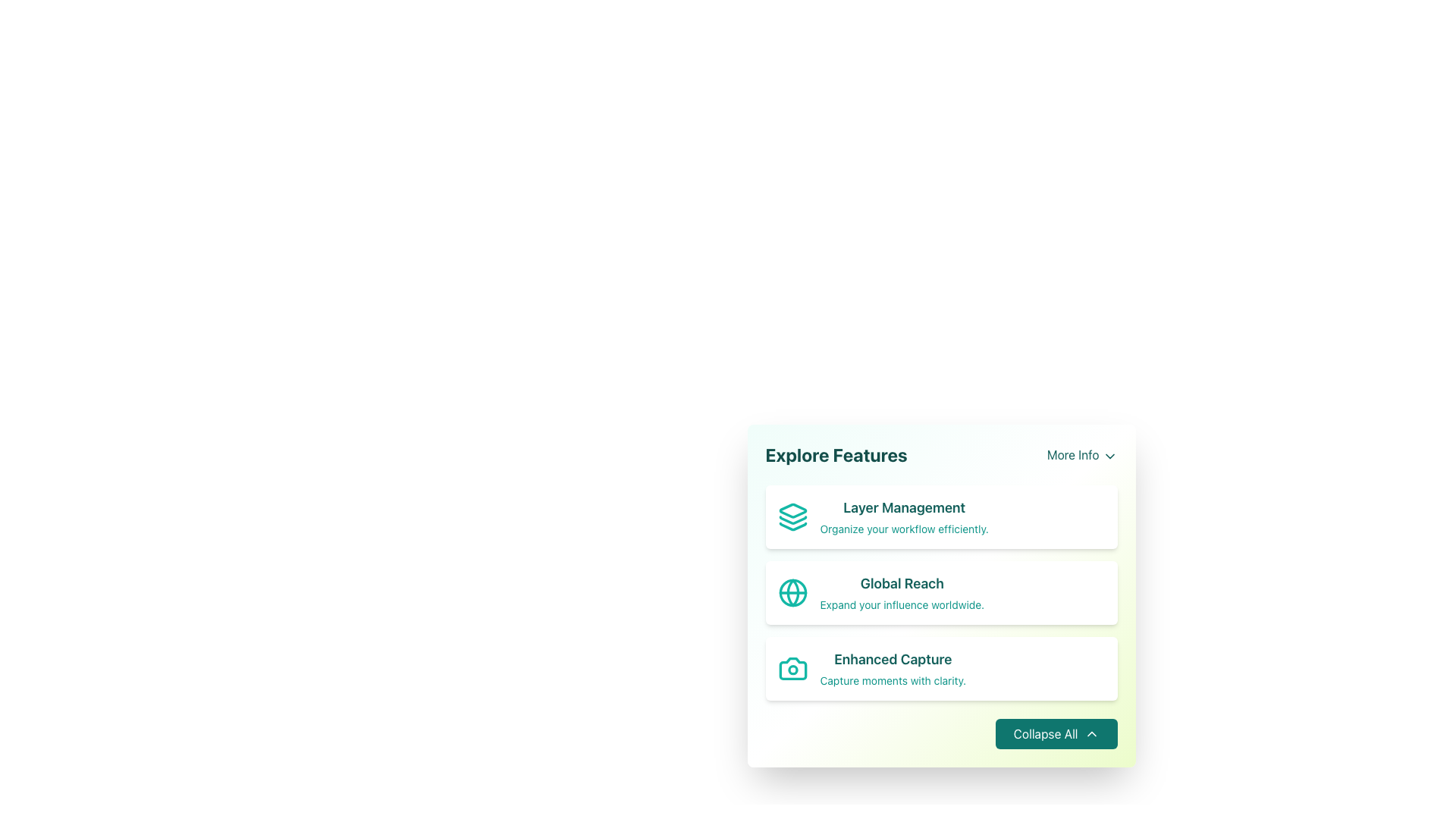 This screenshot has width=1456, height=819. I want to click on the decorative circle element representing the camera's lens in the 'Enhanced Capture' section of the feature list, so click(792, 669).